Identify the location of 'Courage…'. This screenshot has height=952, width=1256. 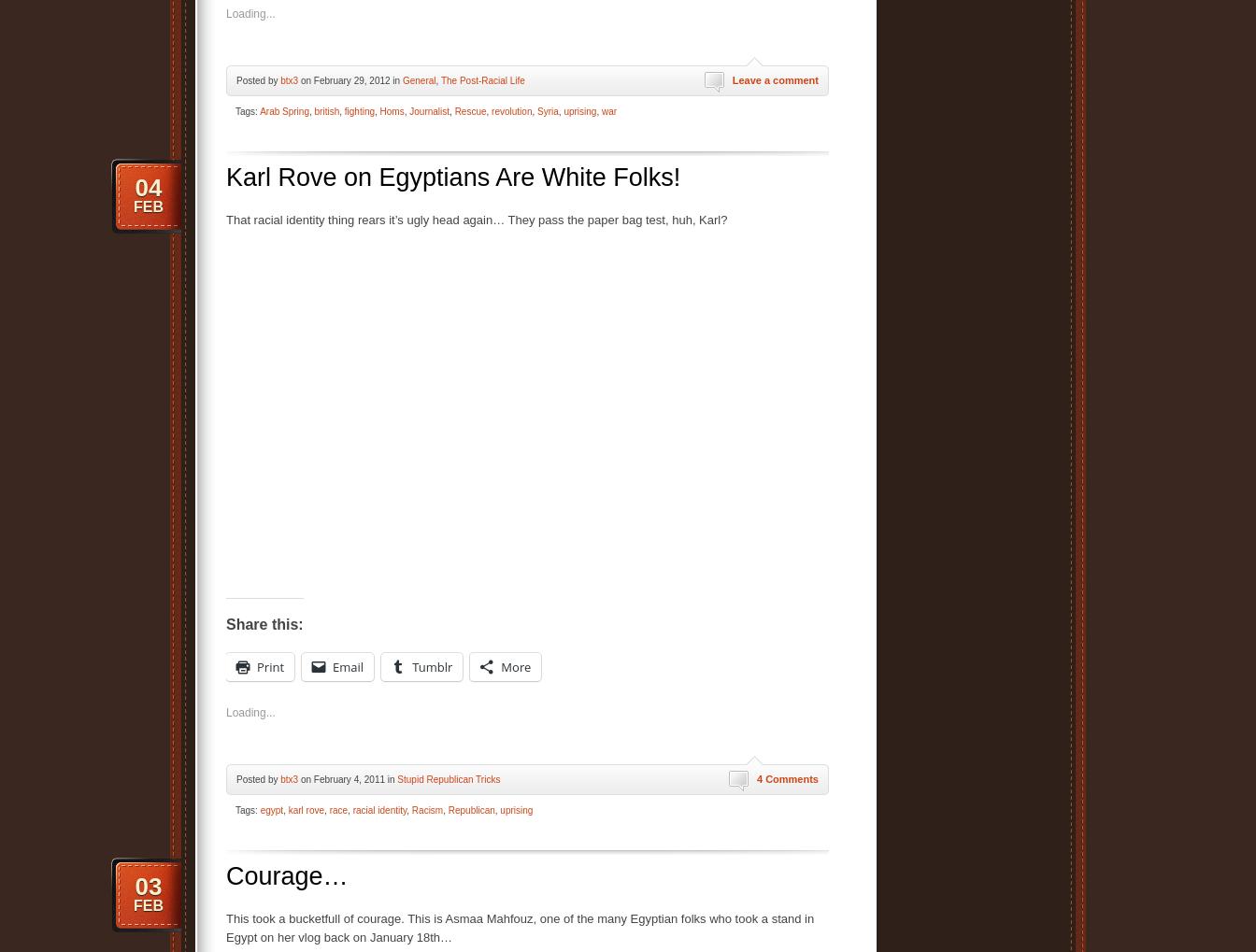
(286, 874).